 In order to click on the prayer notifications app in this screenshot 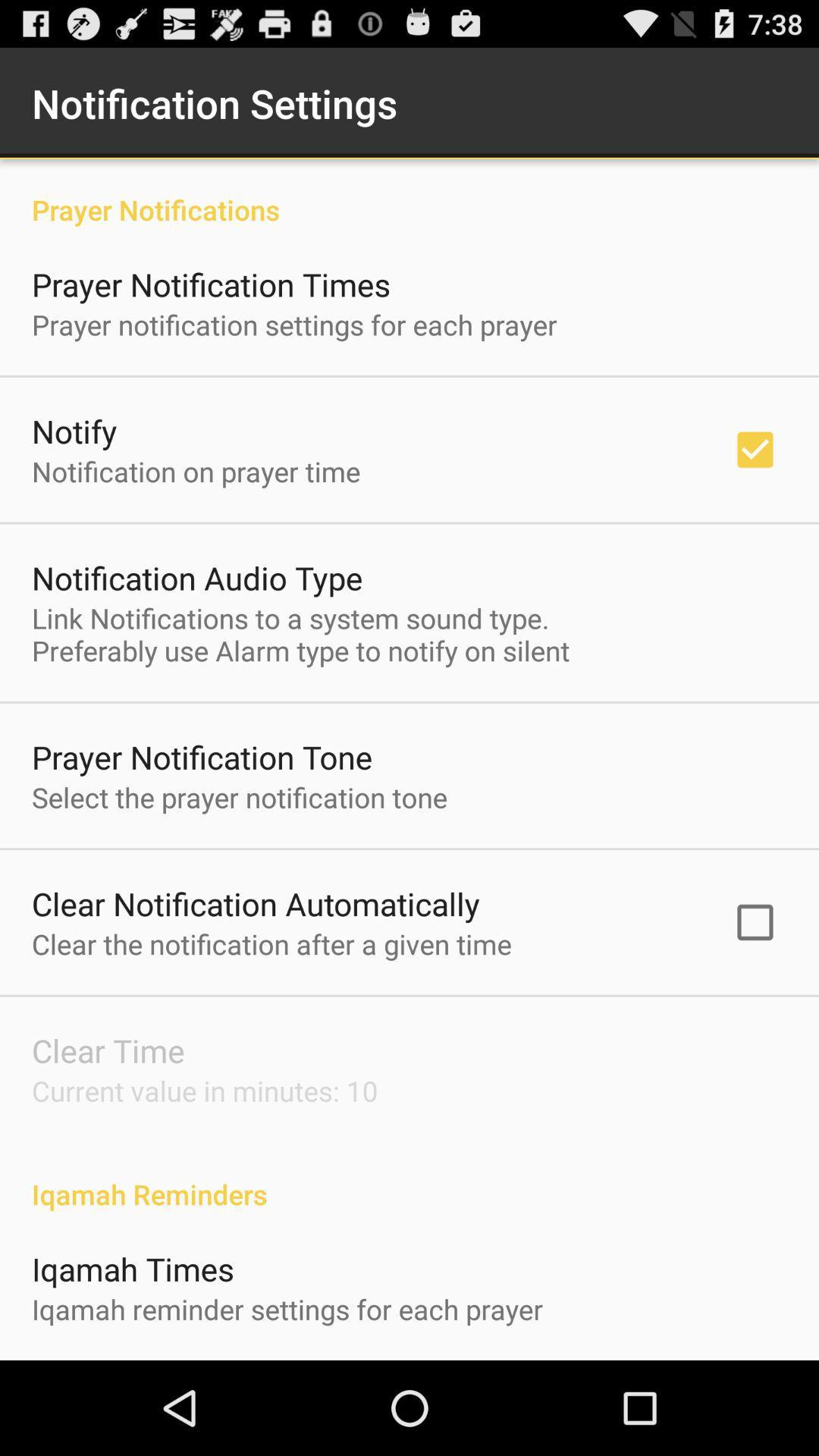, I will do `click(409, 193)`.